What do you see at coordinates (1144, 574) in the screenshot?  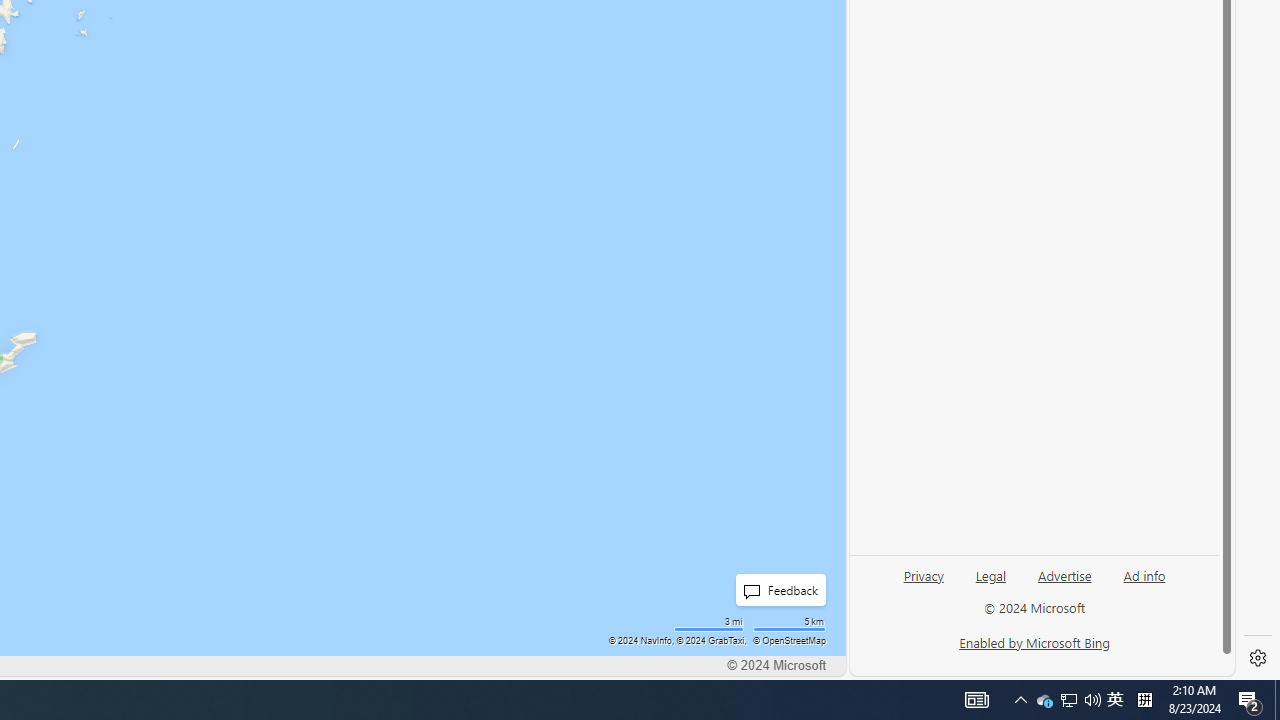 I see `'Ad info'` at bounding box center [1144, 574].